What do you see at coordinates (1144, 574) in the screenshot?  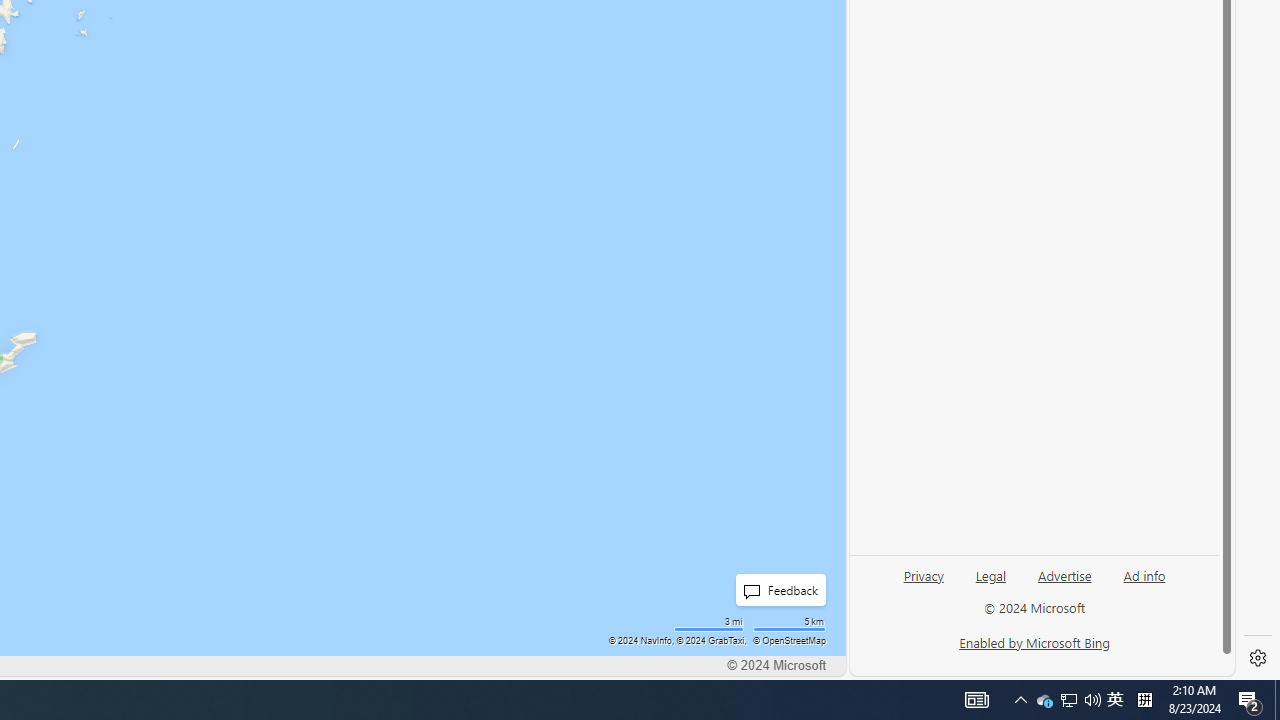 I see `'Ad info'` at bounding box center [1144, 574].